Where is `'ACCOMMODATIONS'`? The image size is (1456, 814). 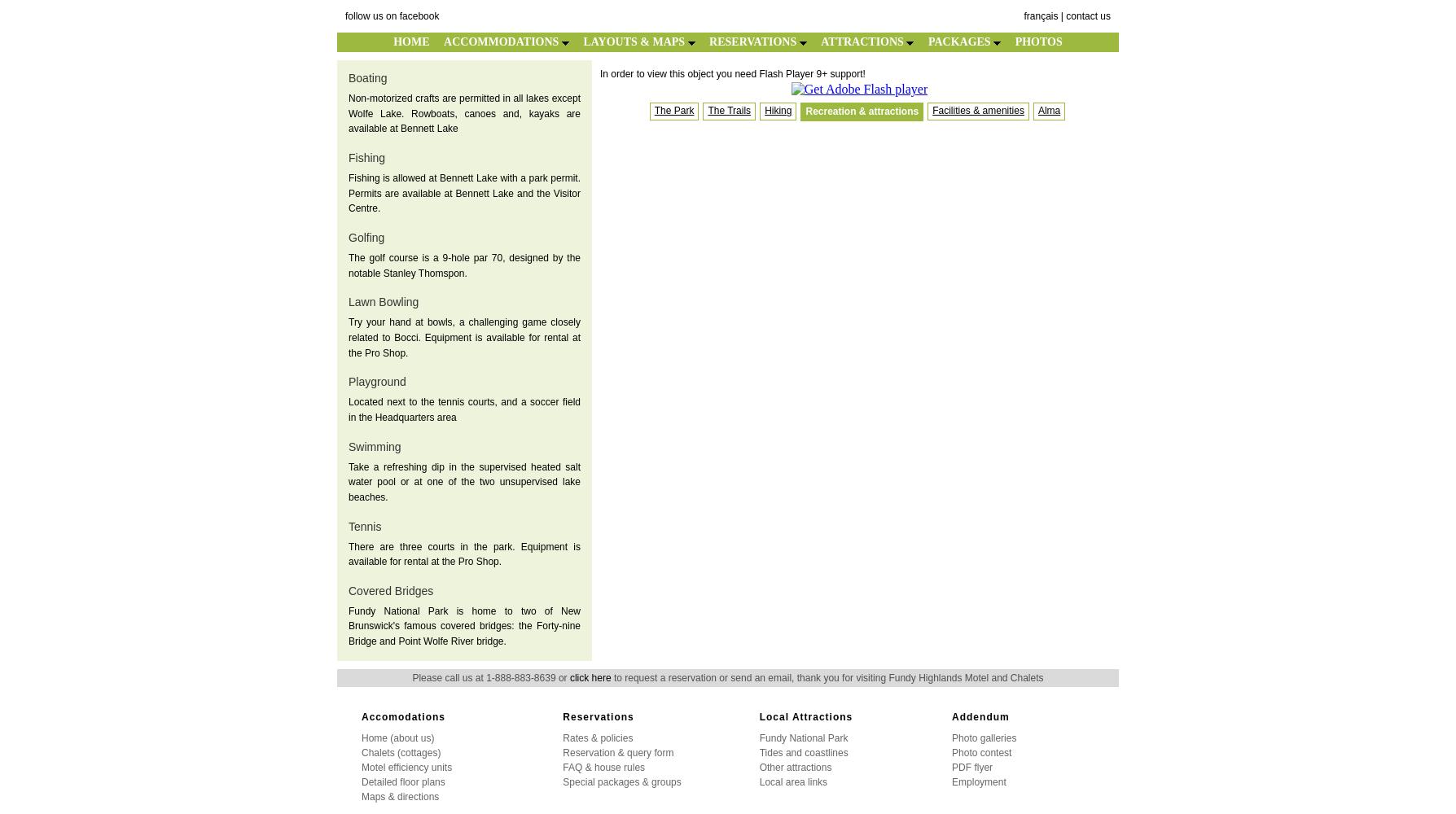 'ACCOMMODATIONS' is located at coordinates (502, 42).